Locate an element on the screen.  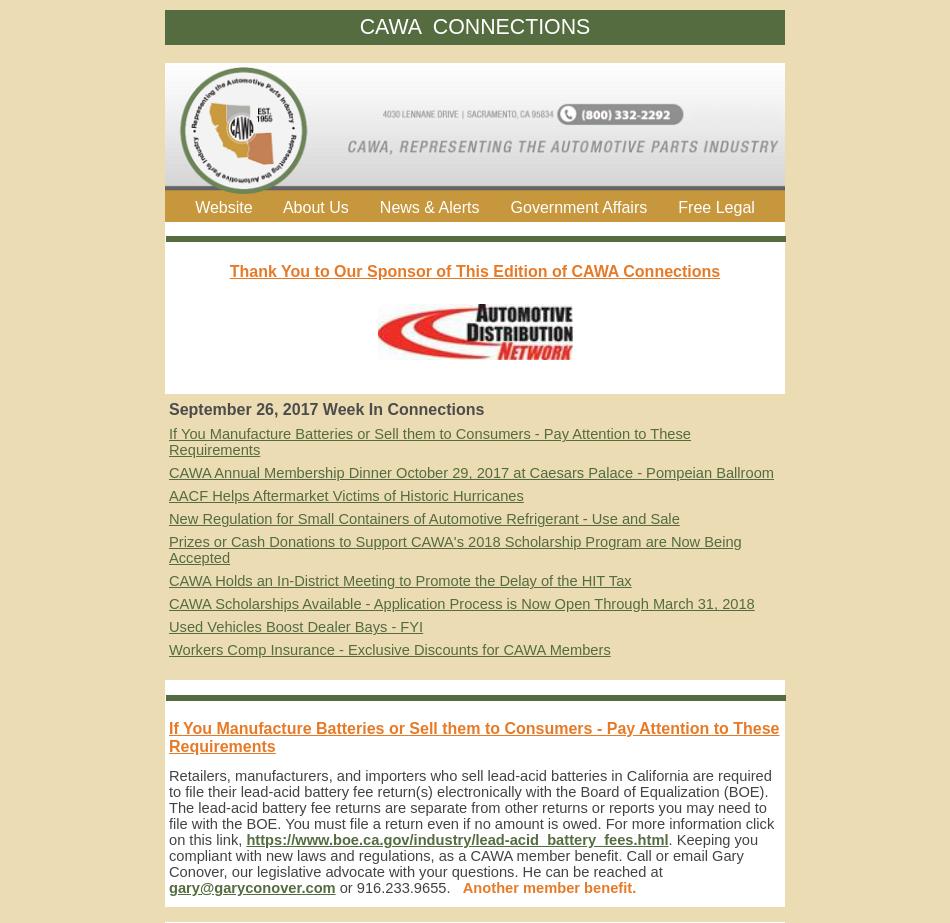
'https://www.boe.ca.gov/industry/lead-acid_battery_fees.html' is located at coordinates (456, 839).